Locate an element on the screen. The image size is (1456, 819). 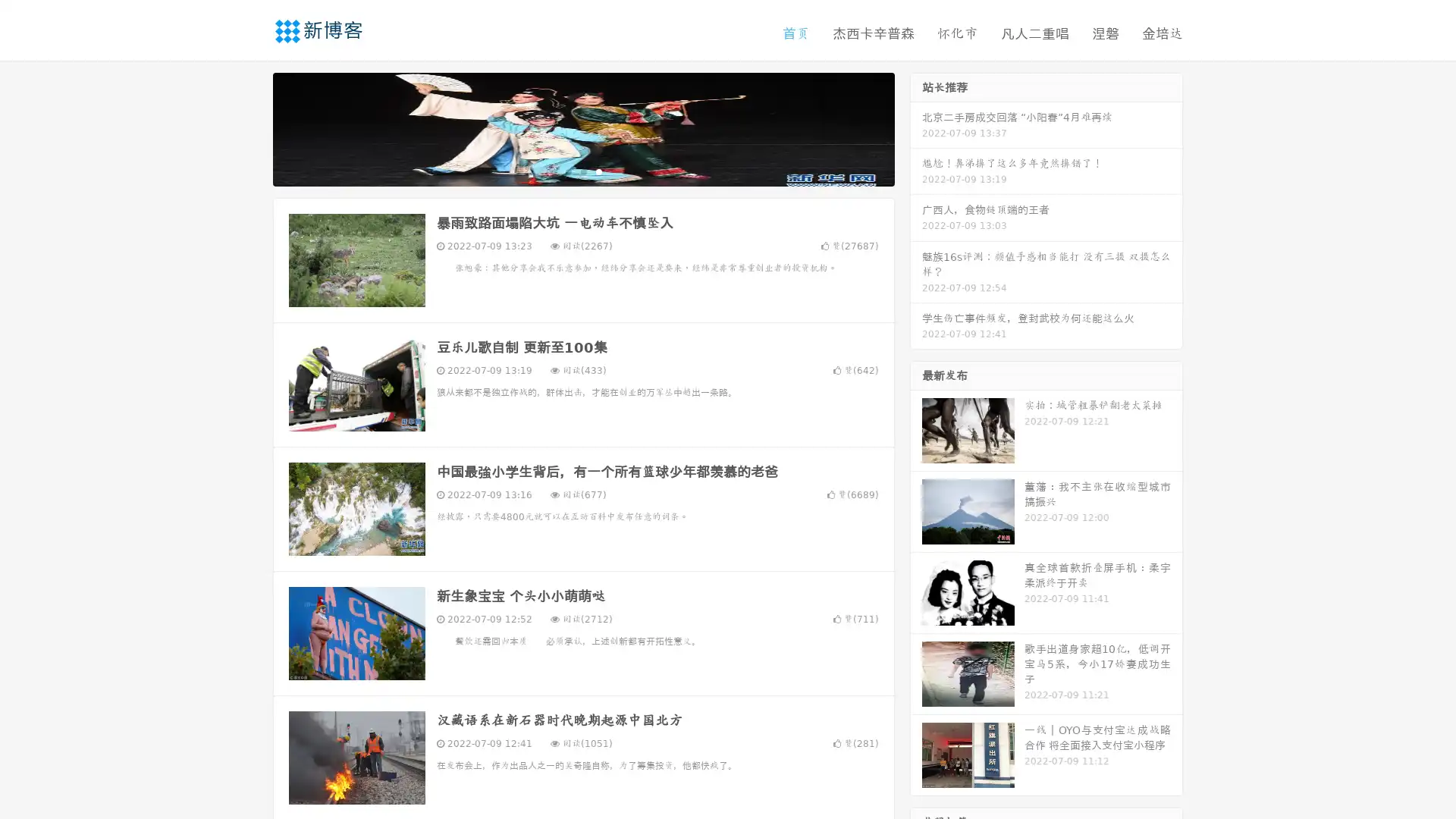
Next slide is located at coordinates (916, 127).